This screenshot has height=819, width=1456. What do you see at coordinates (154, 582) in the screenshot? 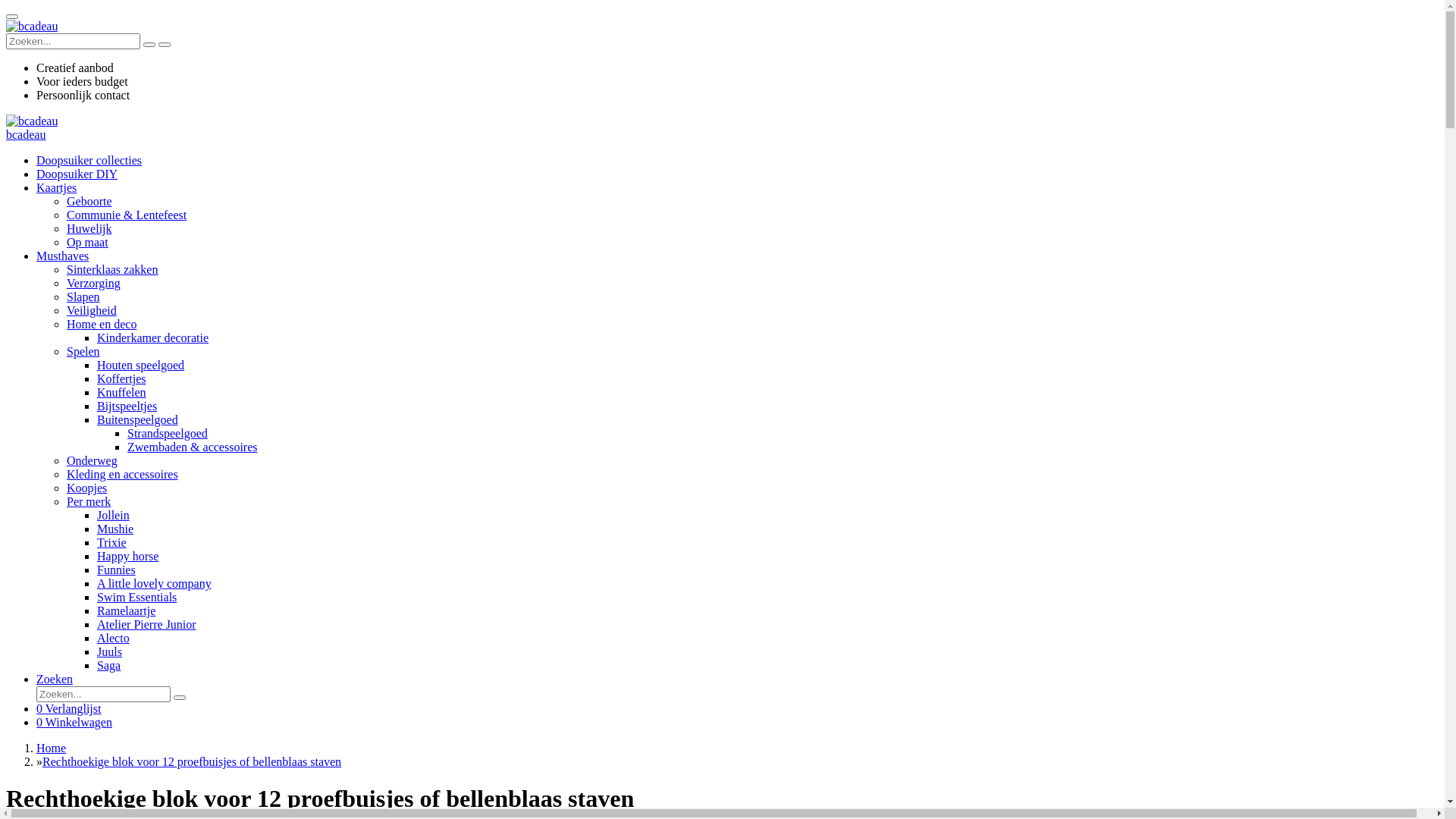
I see `'A little lovely company'` at bounding box center [154, 582].